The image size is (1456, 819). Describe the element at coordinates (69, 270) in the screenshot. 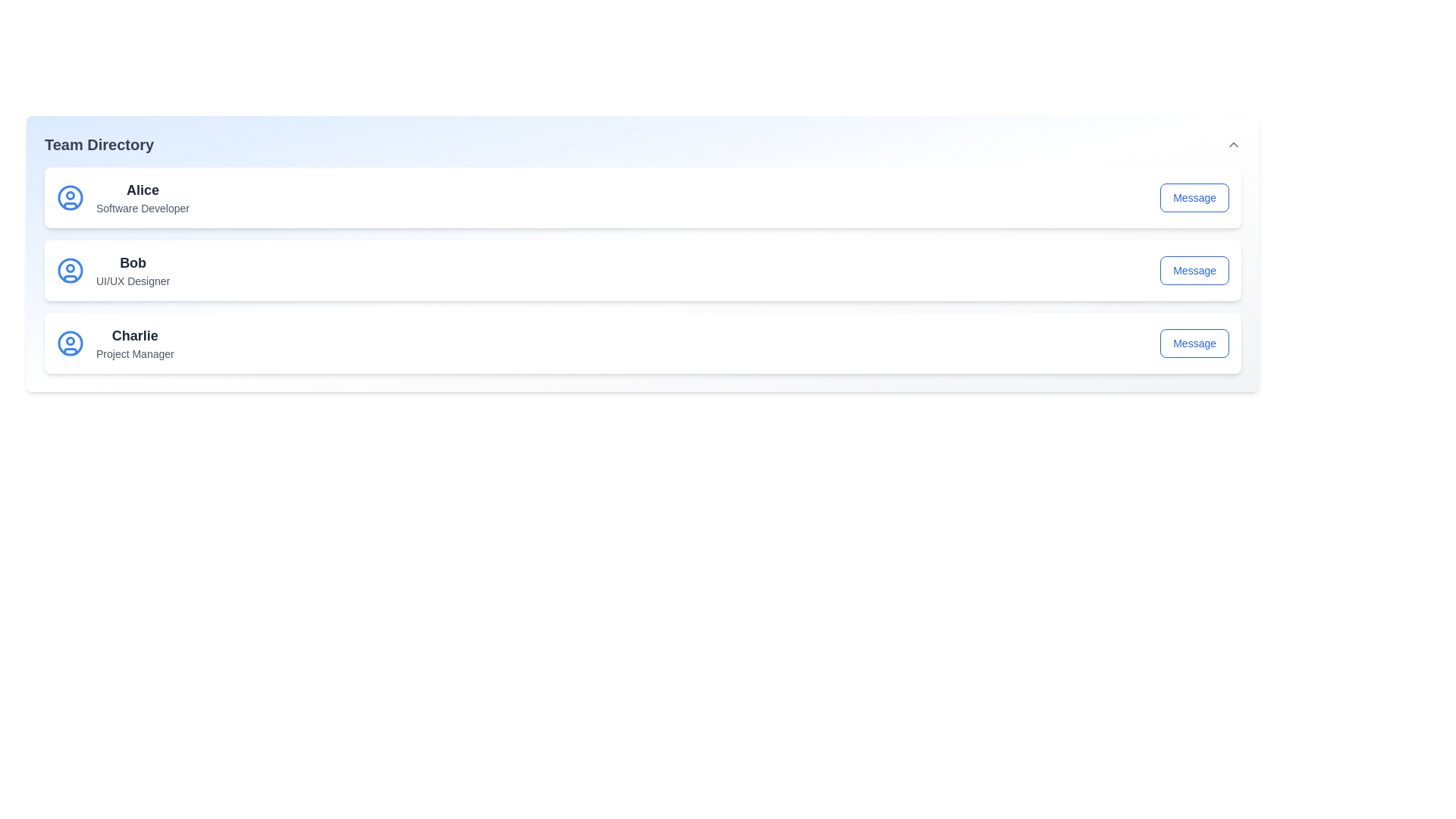

I see `the icon representing the user 'Bob', which is located within the listing titled 'Bob UI/UX Designer' on the left side, adjacent to the text starting with 'Bob'` at that location.